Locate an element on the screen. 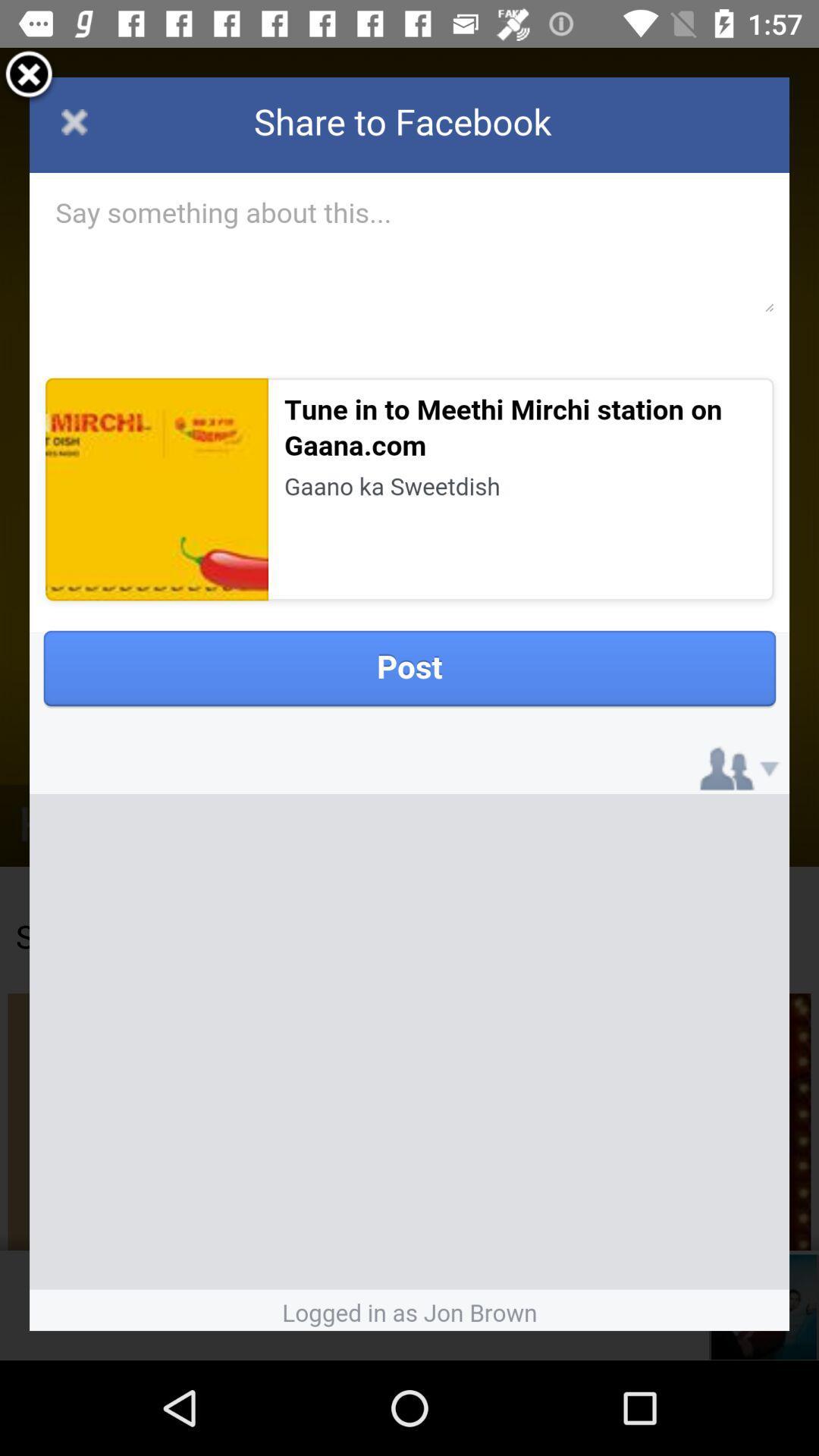  share to facebook post is located at coordinates (409, 703).